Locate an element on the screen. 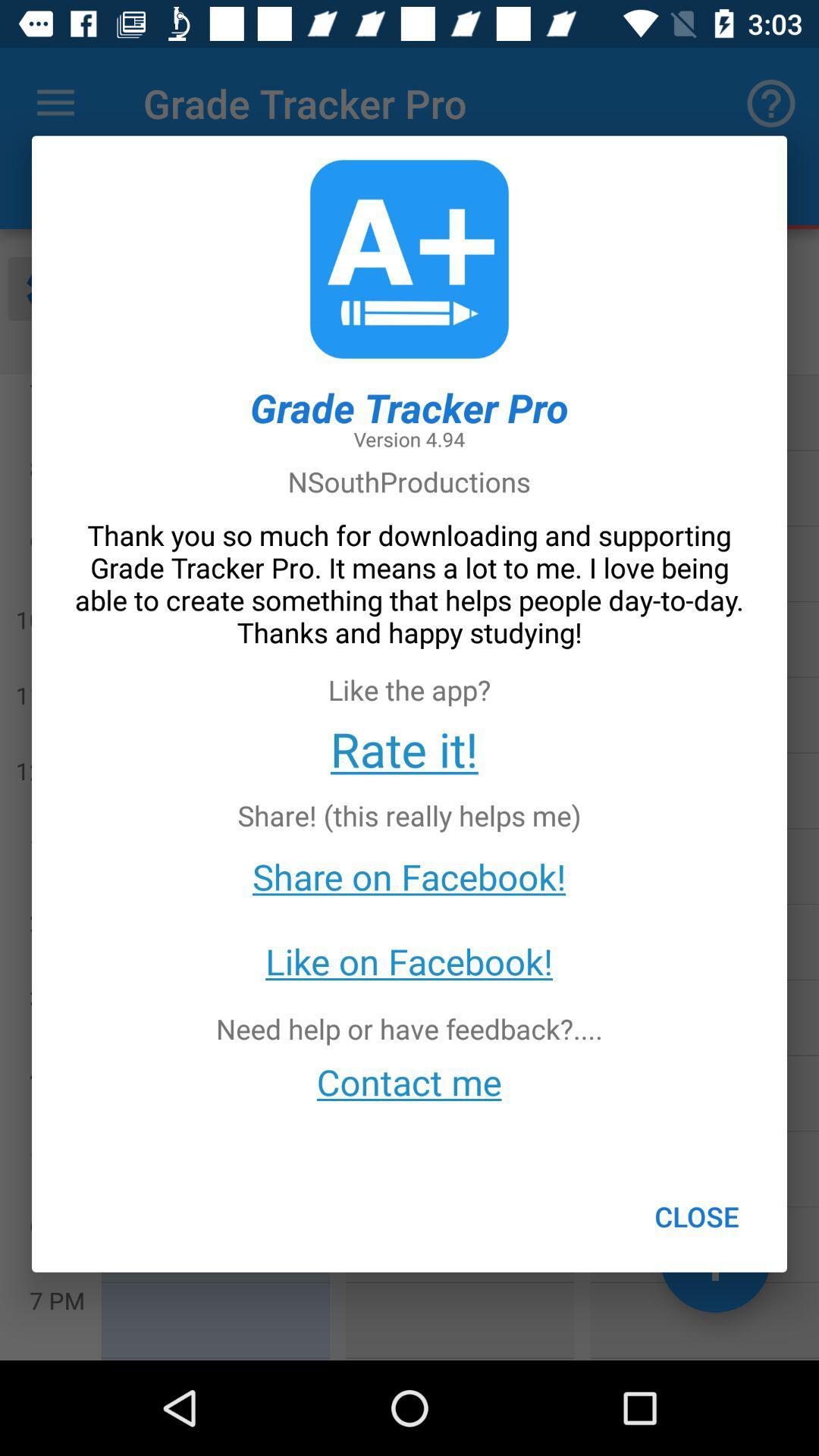 This screenshot has height=1456, width=819. the item below the rate it! is located at coordinates (697, 1216).